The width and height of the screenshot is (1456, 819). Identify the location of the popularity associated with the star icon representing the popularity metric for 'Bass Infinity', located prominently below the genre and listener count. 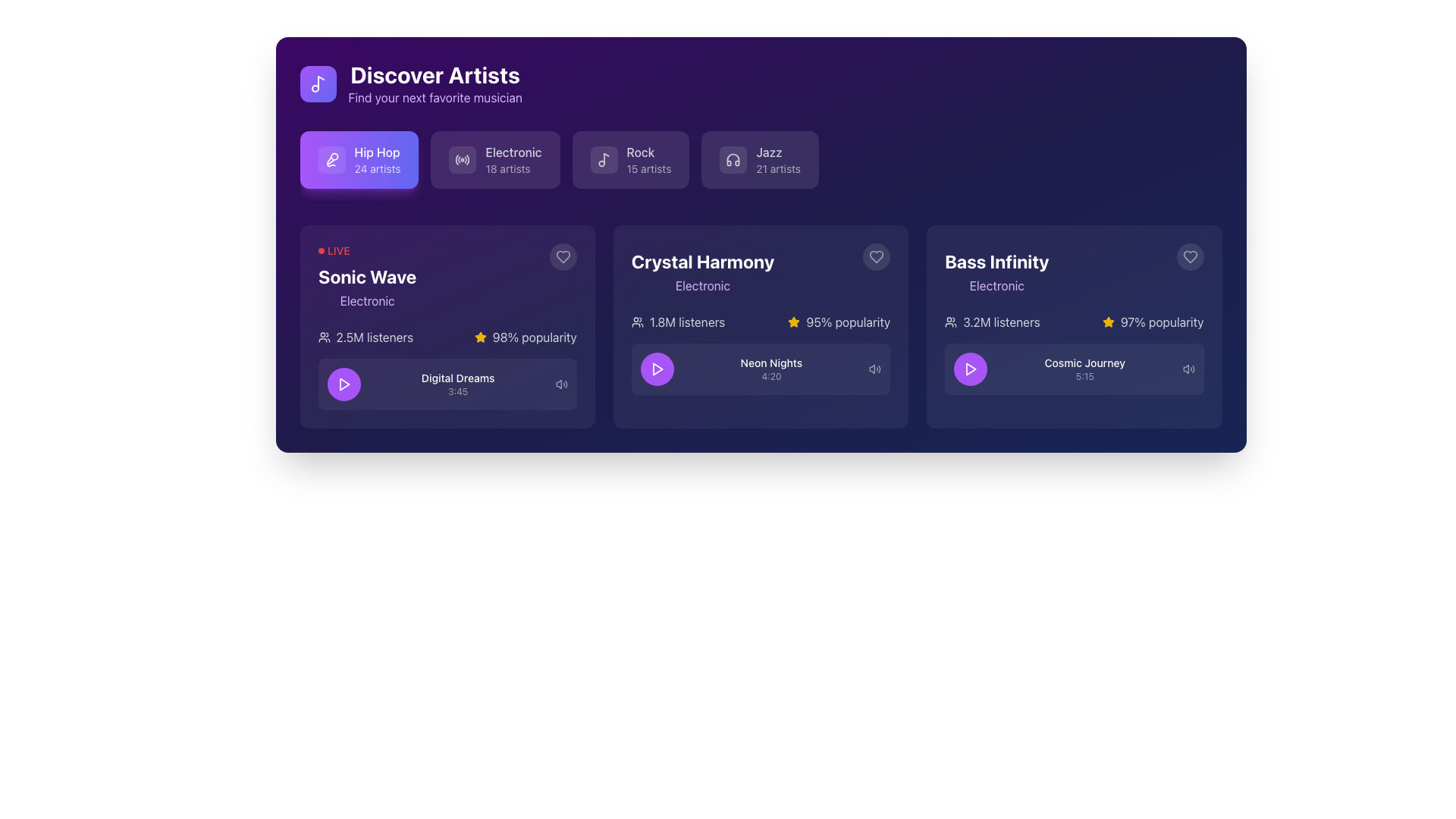
(1108, 321).